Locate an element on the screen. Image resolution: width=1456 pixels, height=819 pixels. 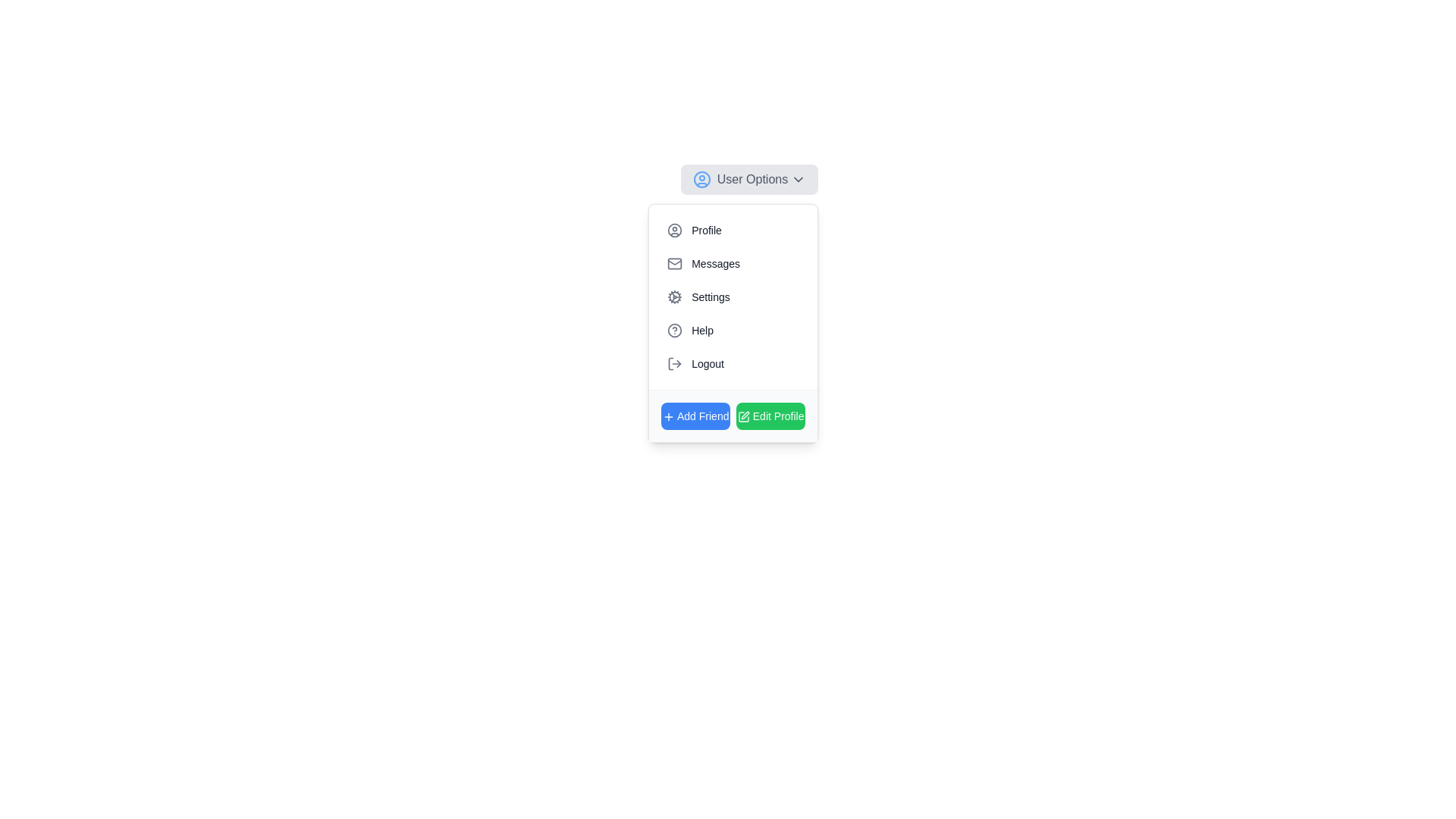
the '+' icon located to the left of the 'Add Friend' text within the blue button at the bottom-left corner of the menu panel is located at coordinates (667, 417).